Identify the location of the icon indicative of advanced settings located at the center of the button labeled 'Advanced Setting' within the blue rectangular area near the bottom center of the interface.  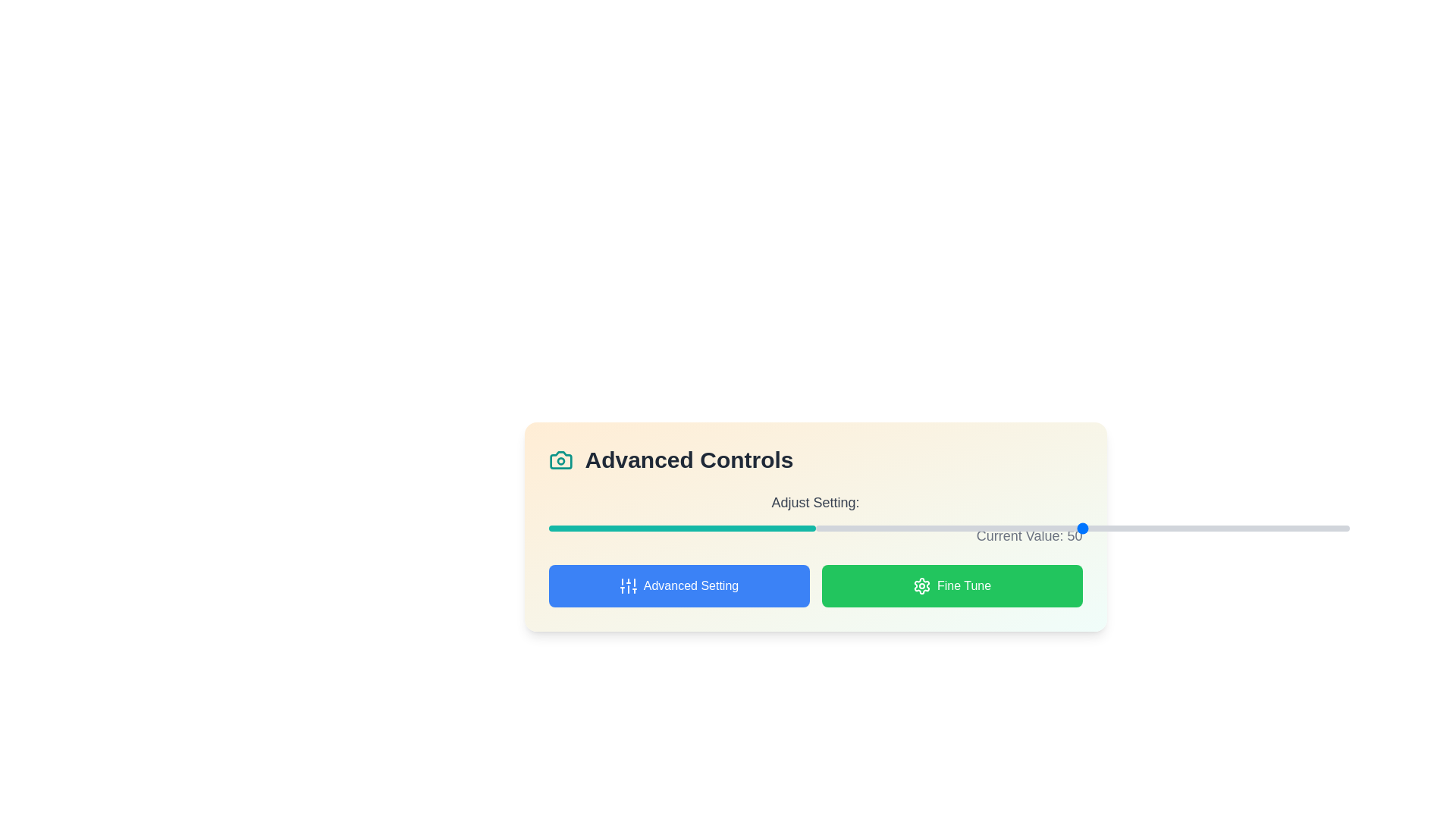
(628, 585).